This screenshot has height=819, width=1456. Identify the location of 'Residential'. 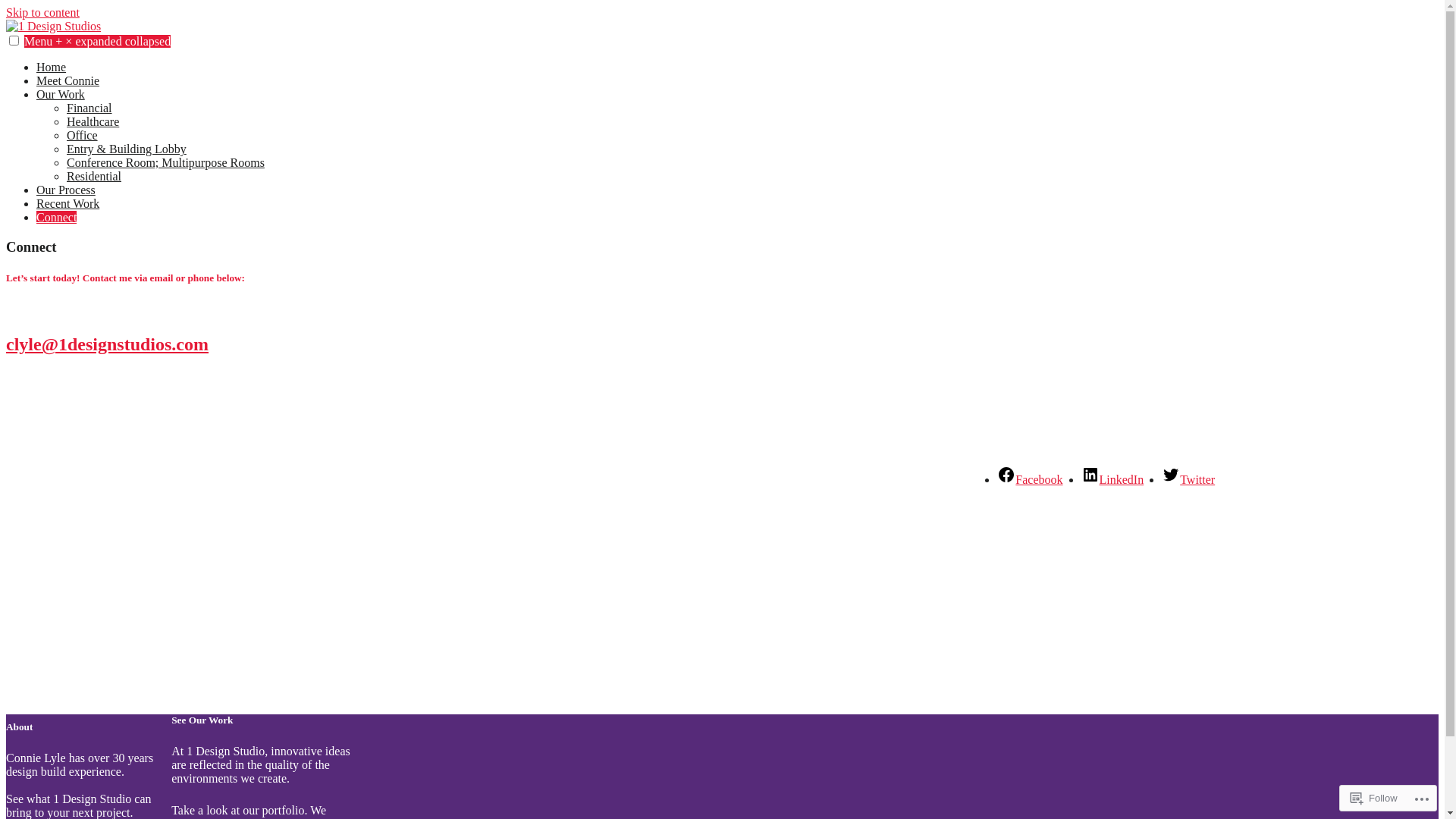
(93, 175).